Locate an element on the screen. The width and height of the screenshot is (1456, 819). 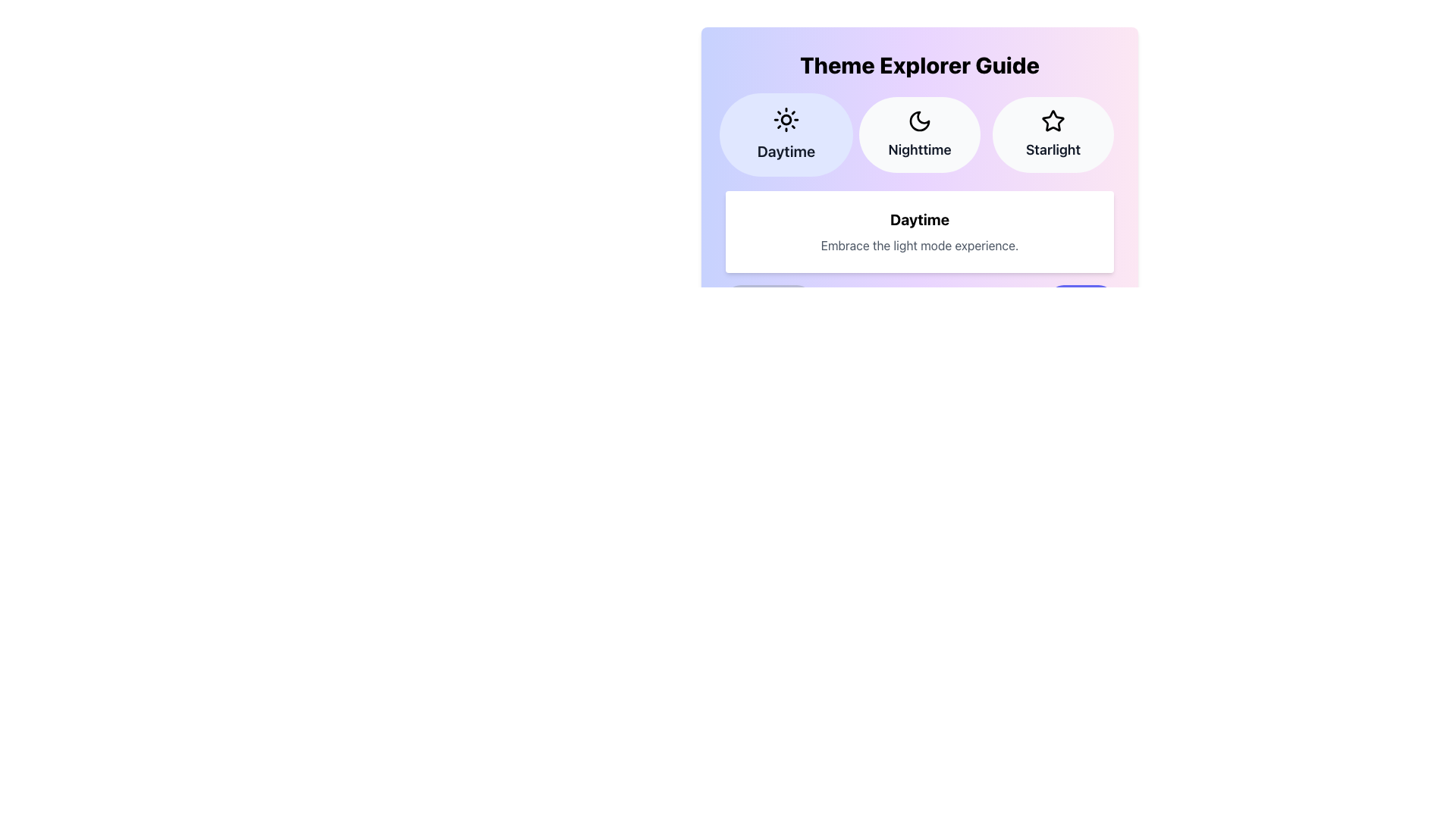
the representation of the circular component within the sun illustration icon in the 'Daytime' theme selector by clicking on it is located at coordinates (786, 119).